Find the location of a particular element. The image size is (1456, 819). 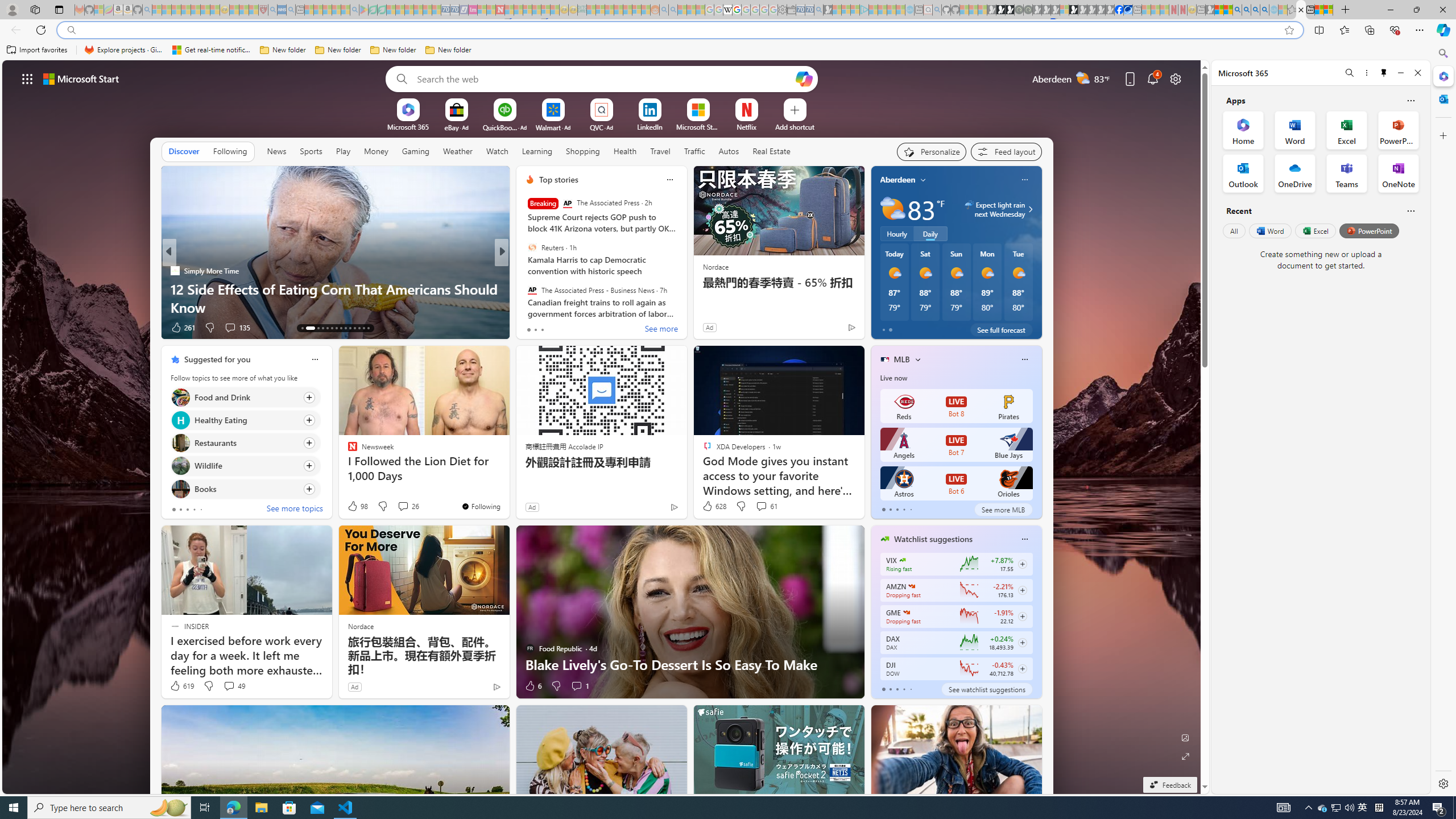

'73 Like' is located at coordinates (531, 327).